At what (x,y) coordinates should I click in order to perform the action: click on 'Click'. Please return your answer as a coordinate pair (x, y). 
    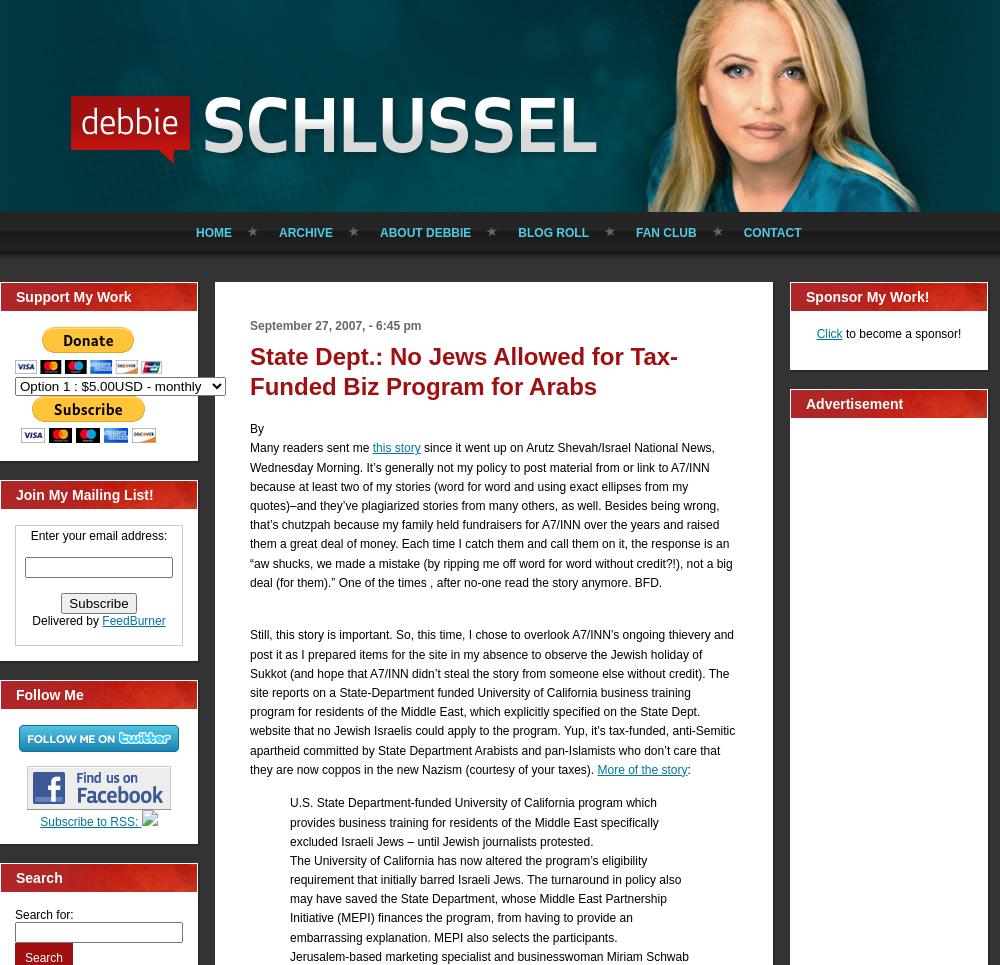
    Looking at the image, I should click on (828, 332).